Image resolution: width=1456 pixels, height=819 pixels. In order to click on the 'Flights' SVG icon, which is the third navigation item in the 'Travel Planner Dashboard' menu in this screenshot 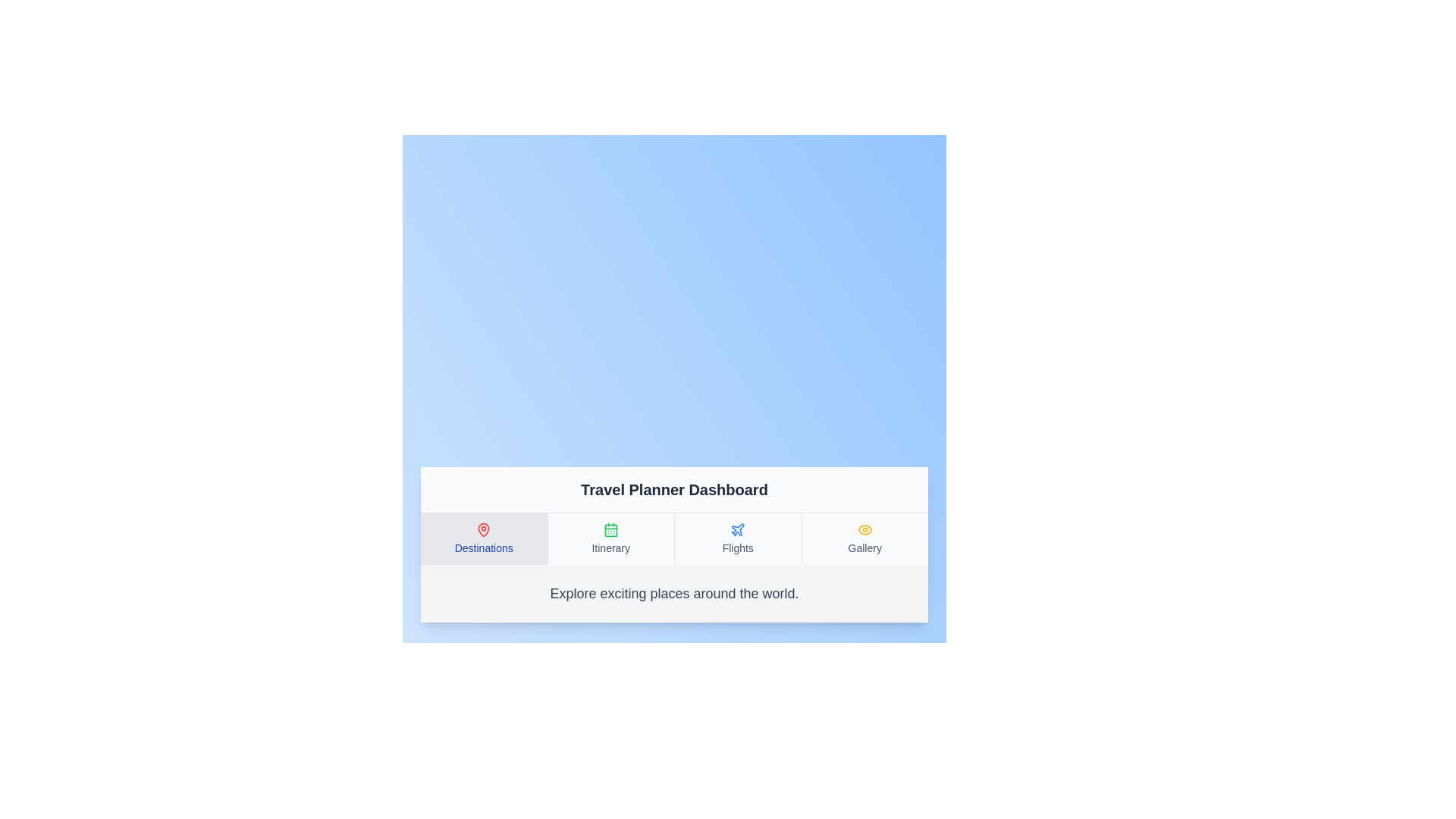, I will do `click(738, 529)`.